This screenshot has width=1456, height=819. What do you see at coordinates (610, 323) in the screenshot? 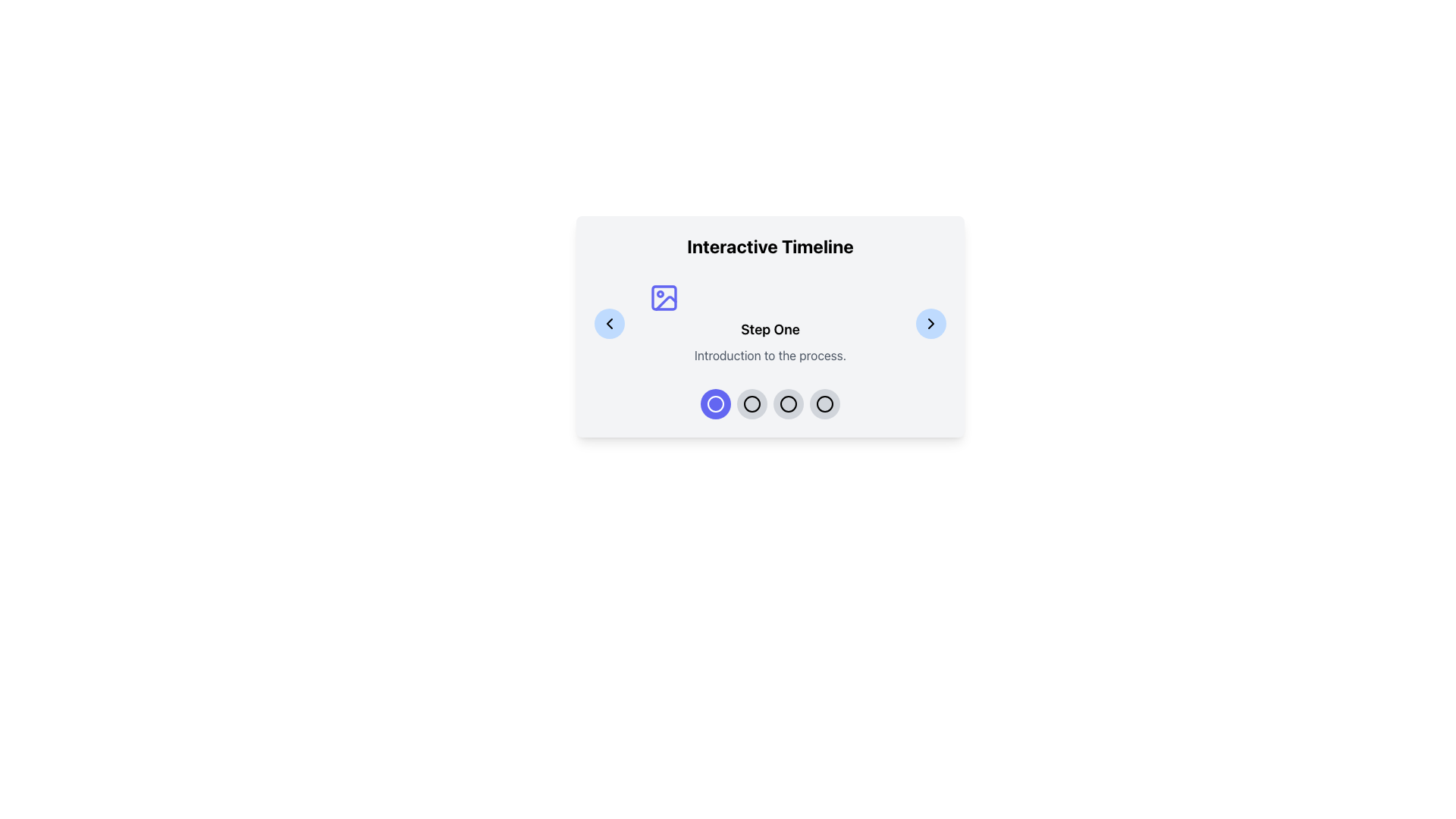
I see `the navigation button with an SVG icon located on the left side of the navigation button group` at bounding box center [610, 323].